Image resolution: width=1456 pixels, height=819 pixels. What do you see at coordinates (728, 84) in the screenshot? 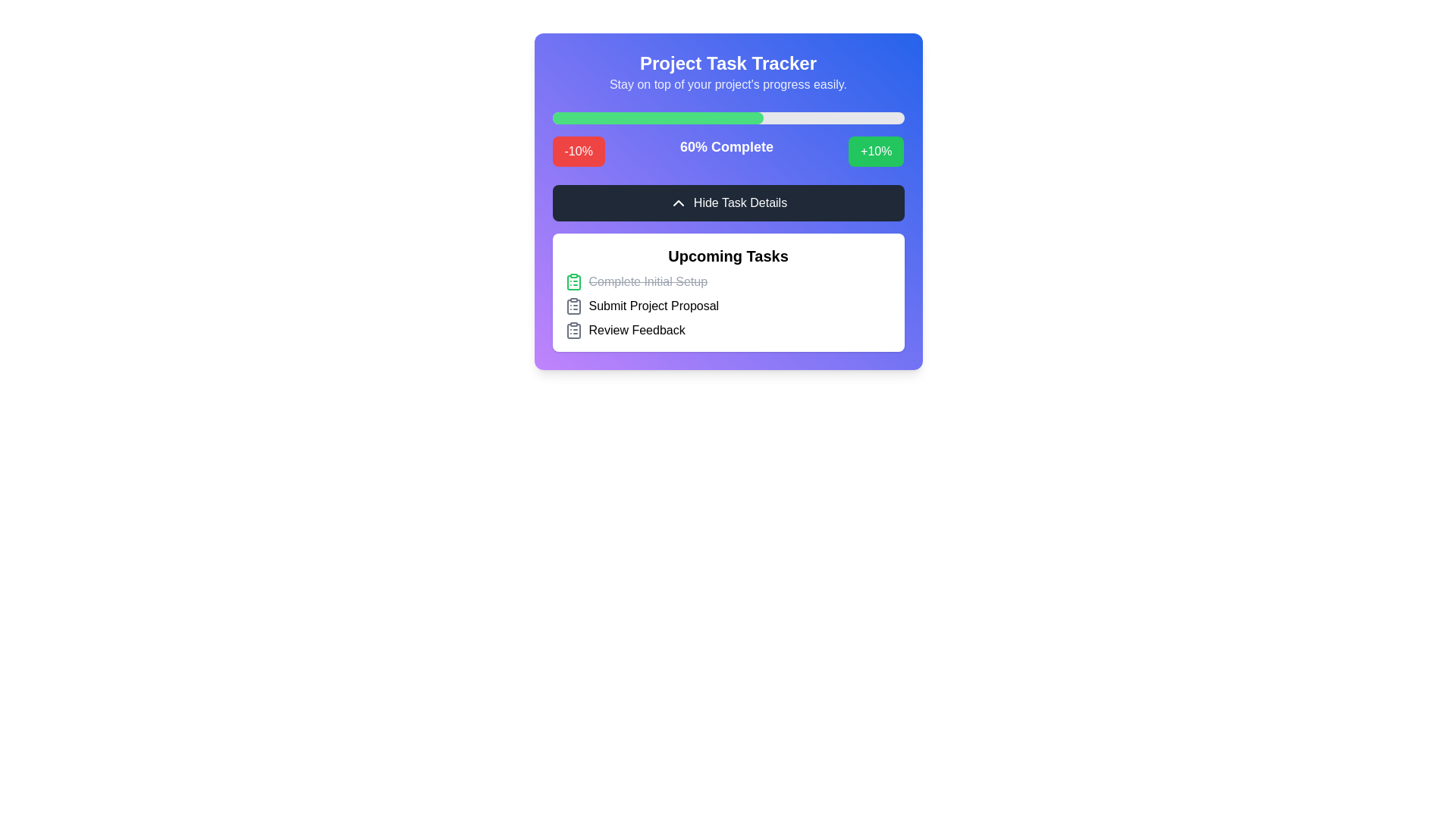
I see `the informative header text that summarizes the functionality of the application, located directly below the 'Project Task Tracker' heading` at bounding box center [728, 84].